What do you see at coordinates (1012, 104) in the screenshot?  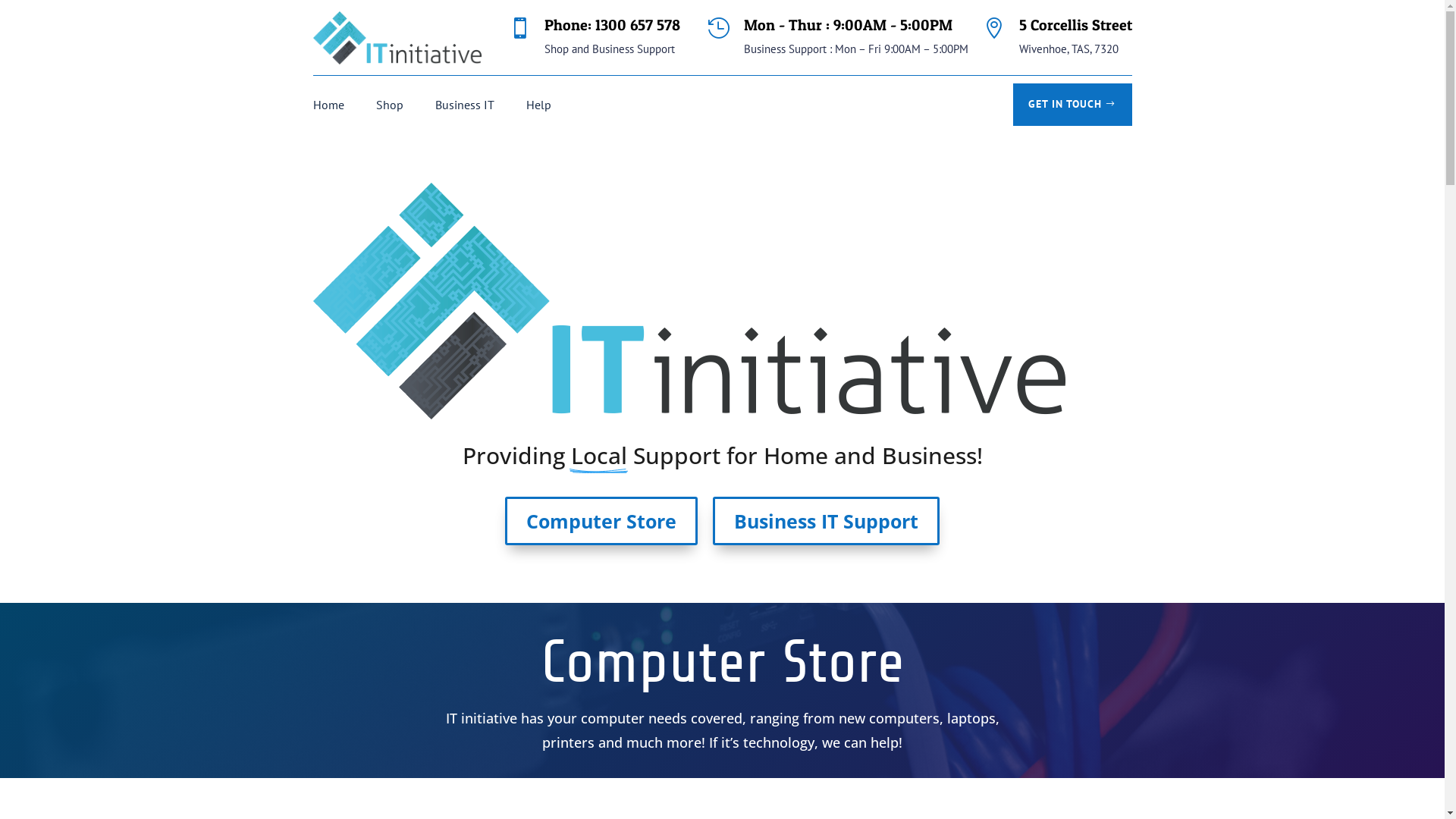 I see `'GET IN TOUCH'` at bounding box center [1012, 104].